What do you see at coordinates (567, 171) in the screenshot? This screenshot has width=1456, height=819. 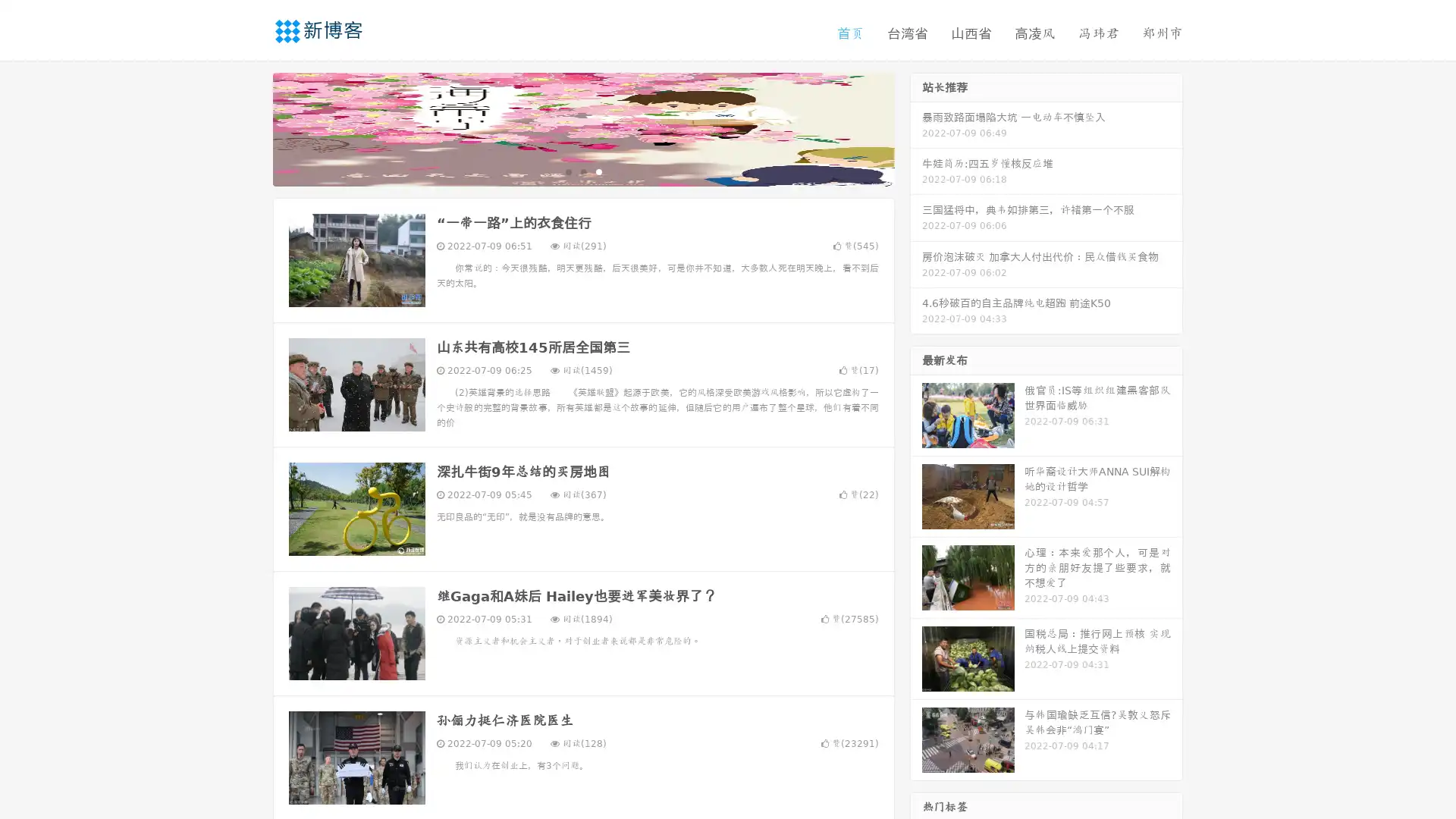 I see `Go to slide 1` at bounding box center [567, 171].